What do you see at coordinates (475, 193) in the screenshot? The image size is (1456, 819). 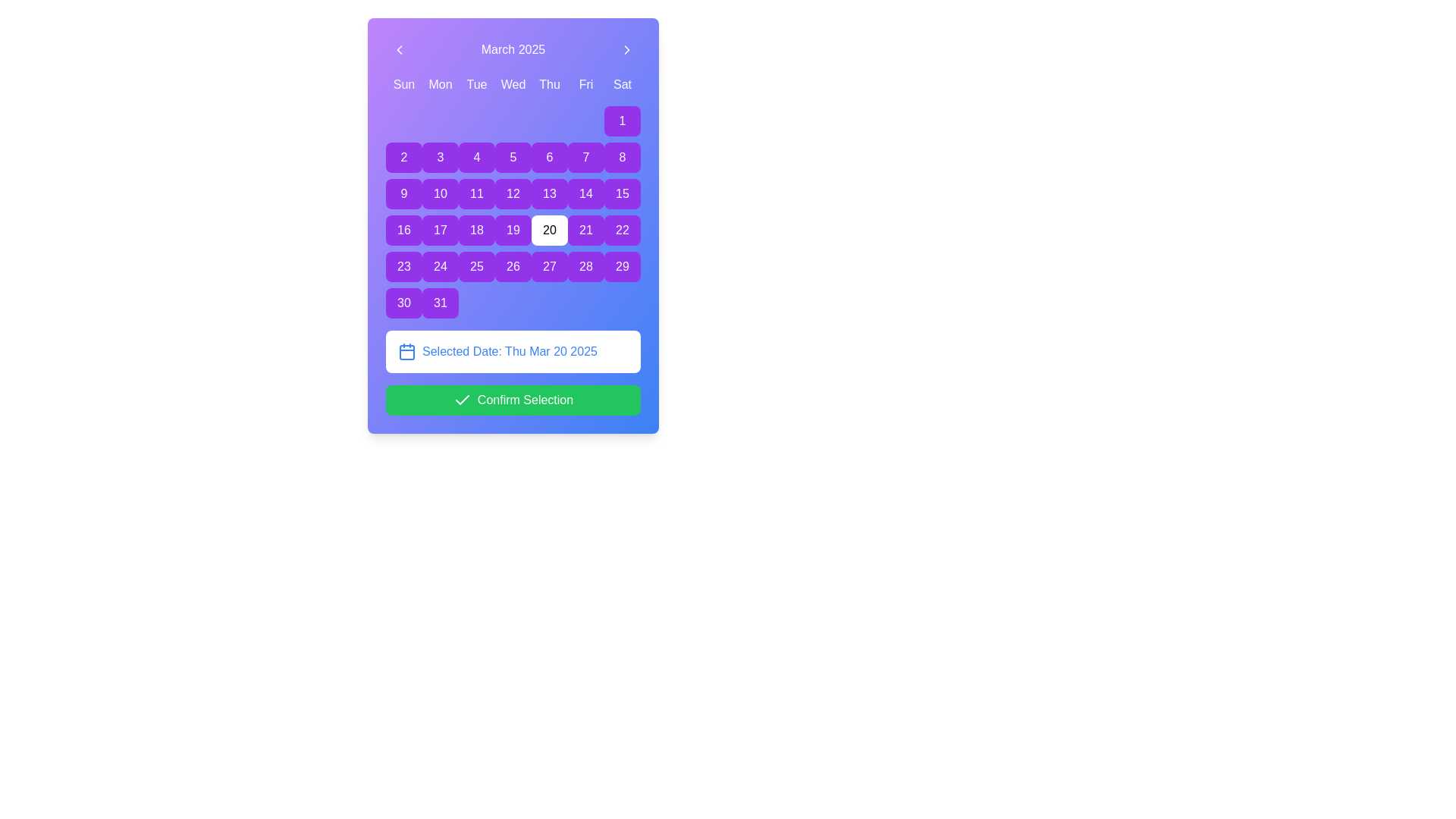 I see `the rectangular button with a purple background and white text displaying '11'` at bounding box center [475, 193].